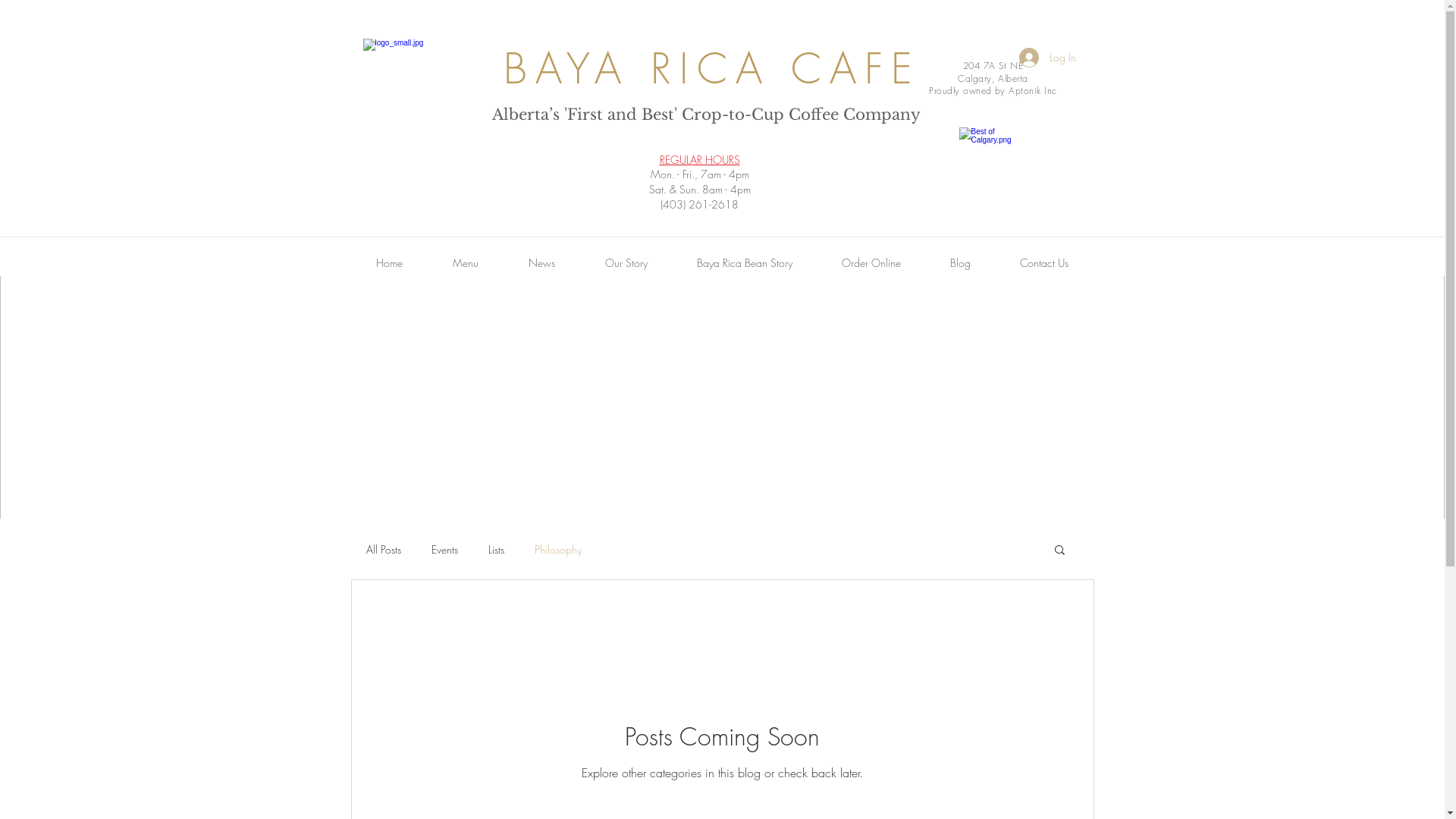 This screenshot has width=1456, height=819. What do you see at coordinates (626, 262) in the screenshot?
I see `'Our Story'` at bounding box center [626, 262].